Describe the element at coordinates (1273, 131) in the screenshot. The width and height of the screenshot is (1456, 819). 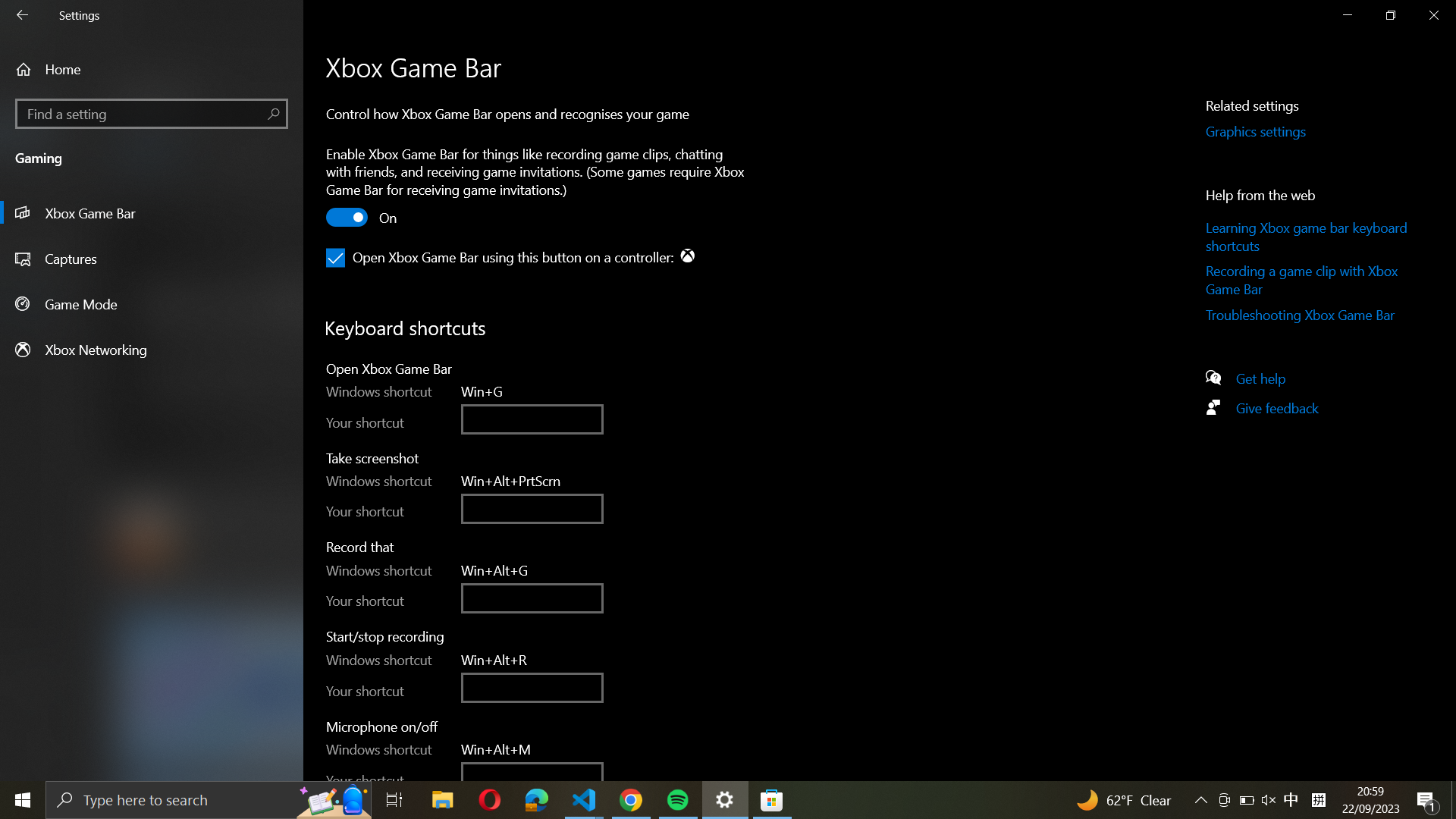
I see `the Graphics Settings by tapping on the associated button present on the right panel` at that location.